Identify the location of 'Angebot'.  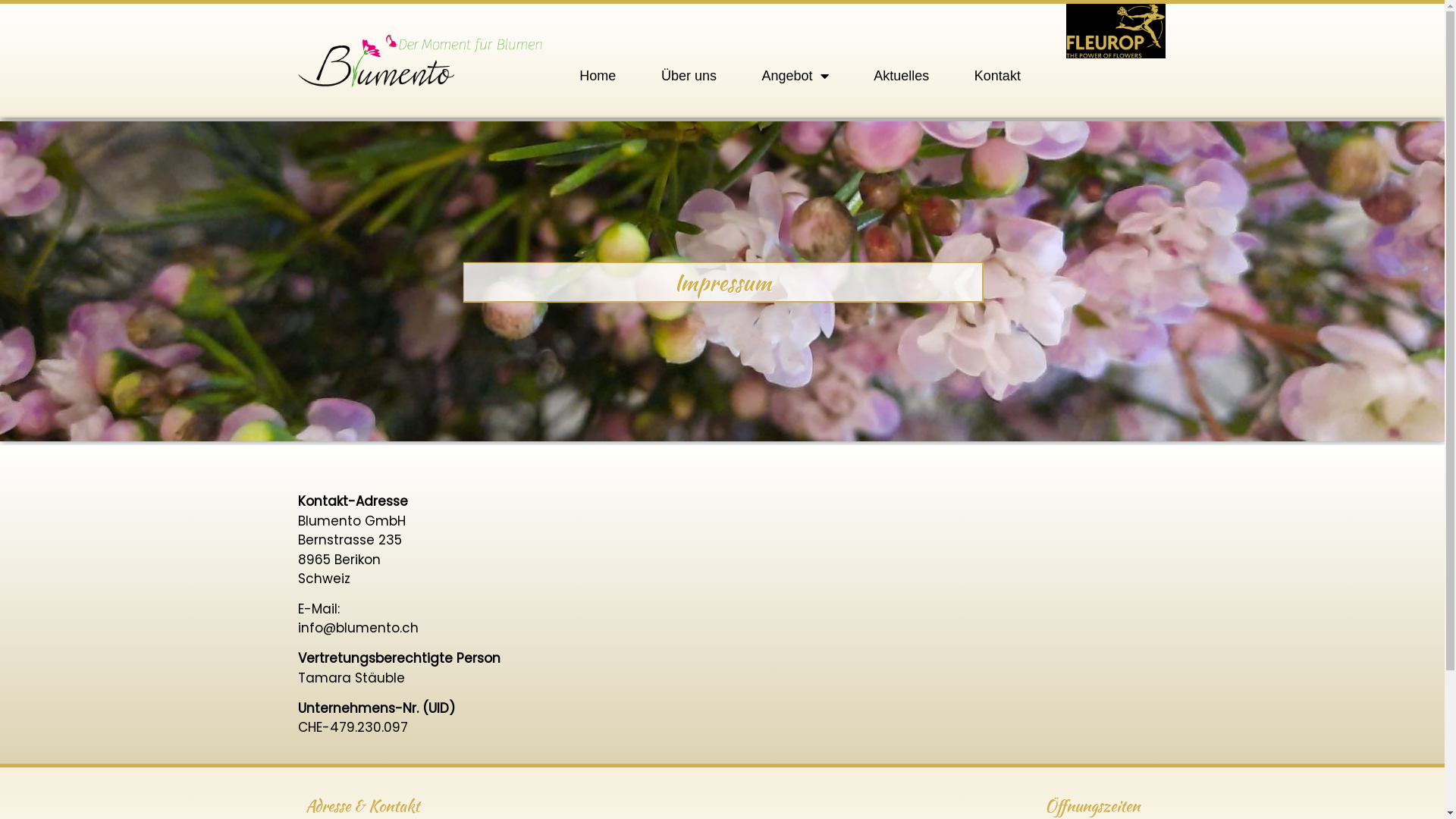
(739, 76).